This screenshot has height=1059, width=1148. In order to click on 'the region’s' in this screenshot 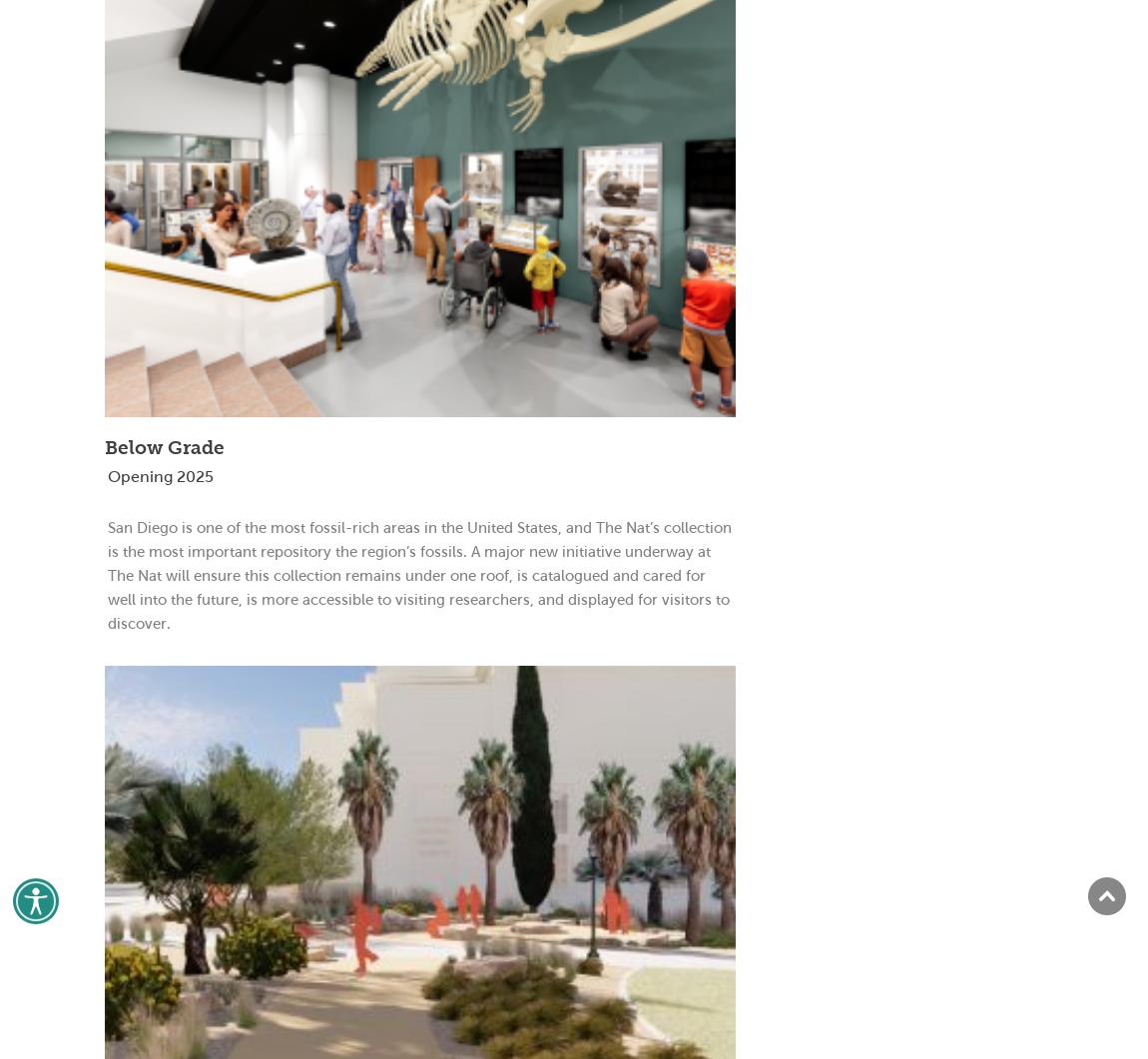, I will do `click(375, 550)`.